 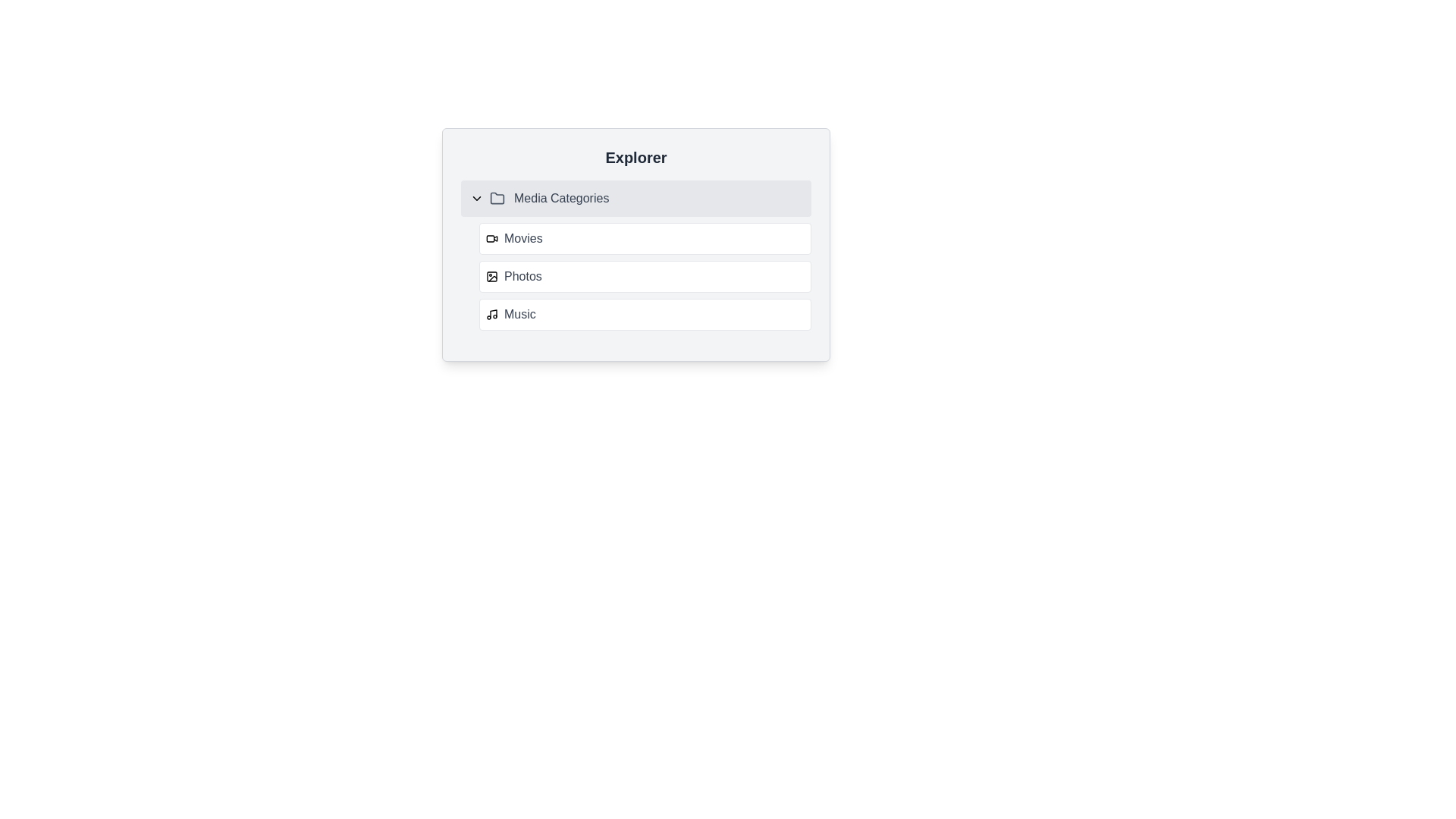 What do you see at coordinates (645, 239) in the screenshot?
I see `the navigation button for 'Movies' located in the 'Media Categories' section under 'Explorer' to trigger hover effects` at bounding box center [645, 239].